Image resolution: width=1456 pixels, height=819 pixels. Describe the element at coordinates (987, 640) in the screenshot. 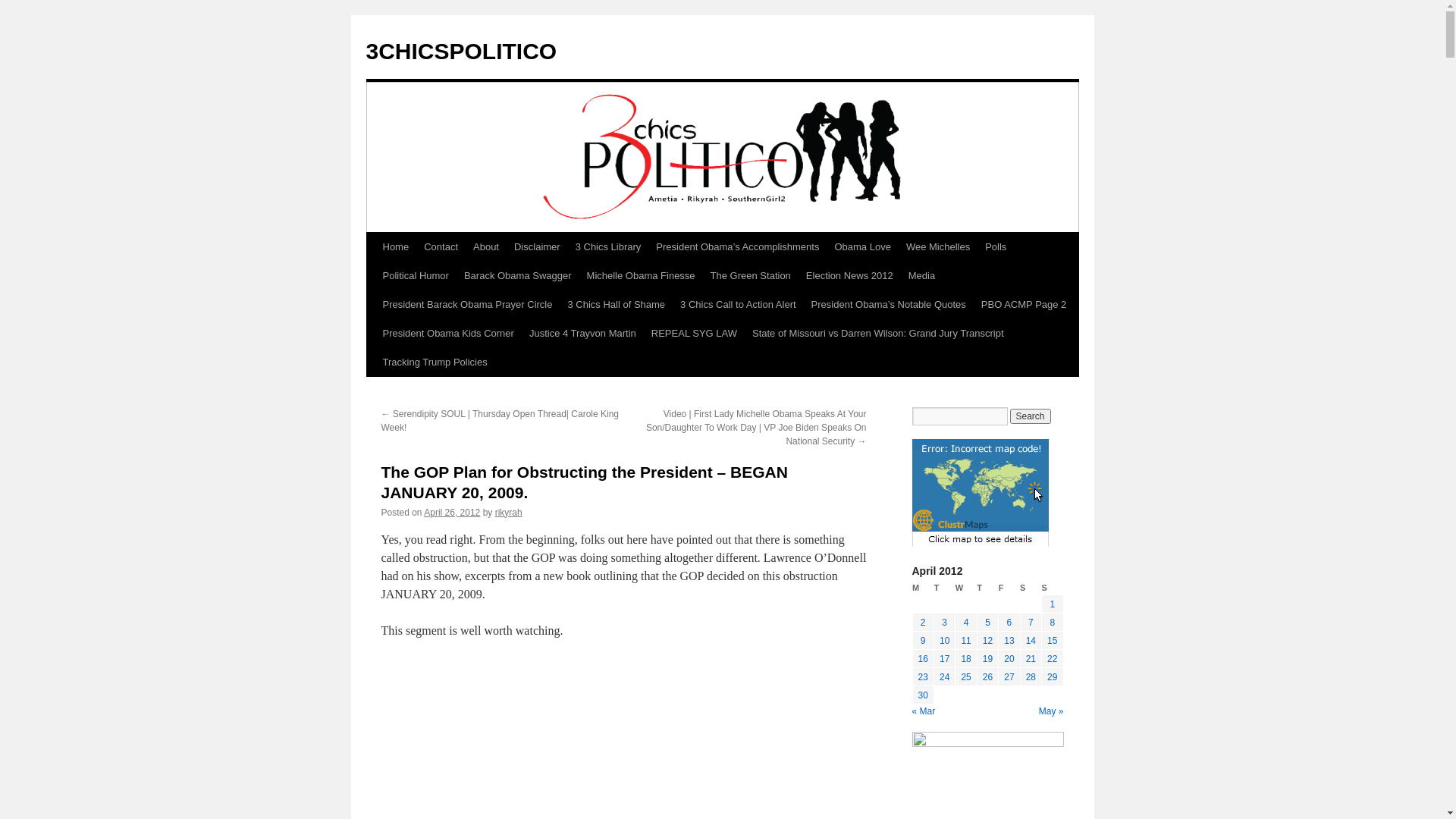

I see `'12'` at that location.